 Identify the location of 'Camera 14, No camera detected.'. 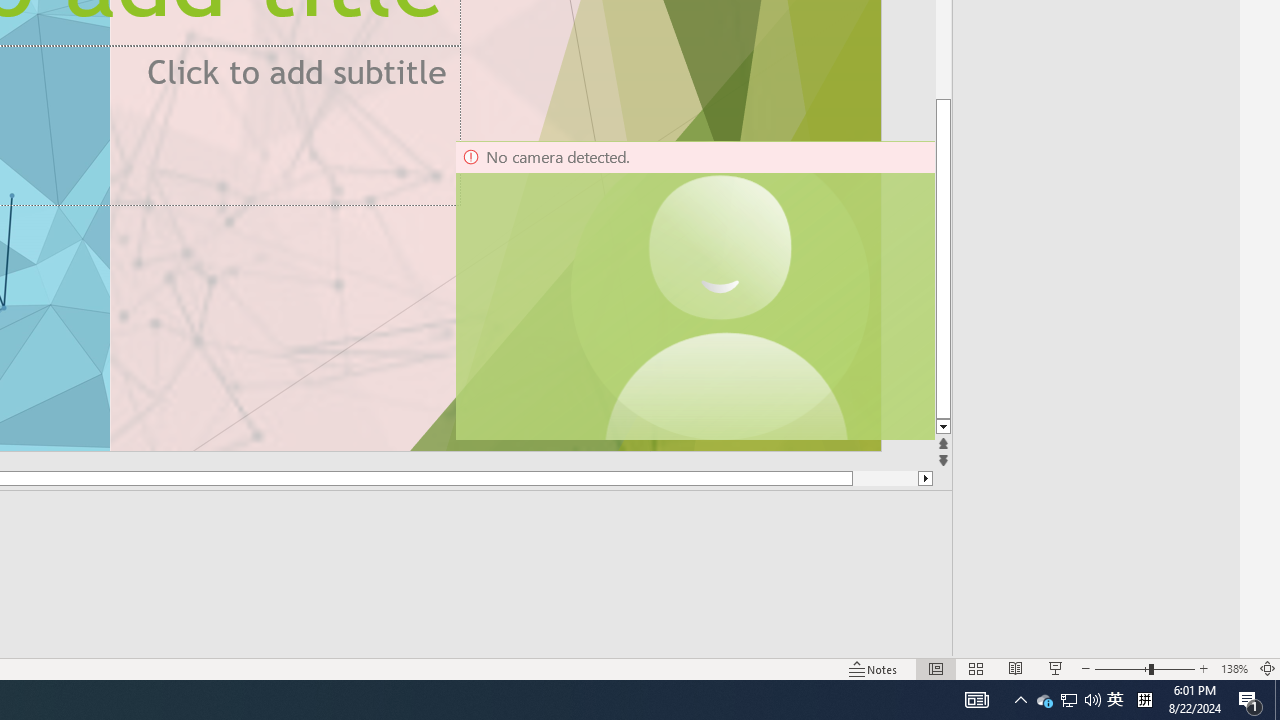
(694, 290).